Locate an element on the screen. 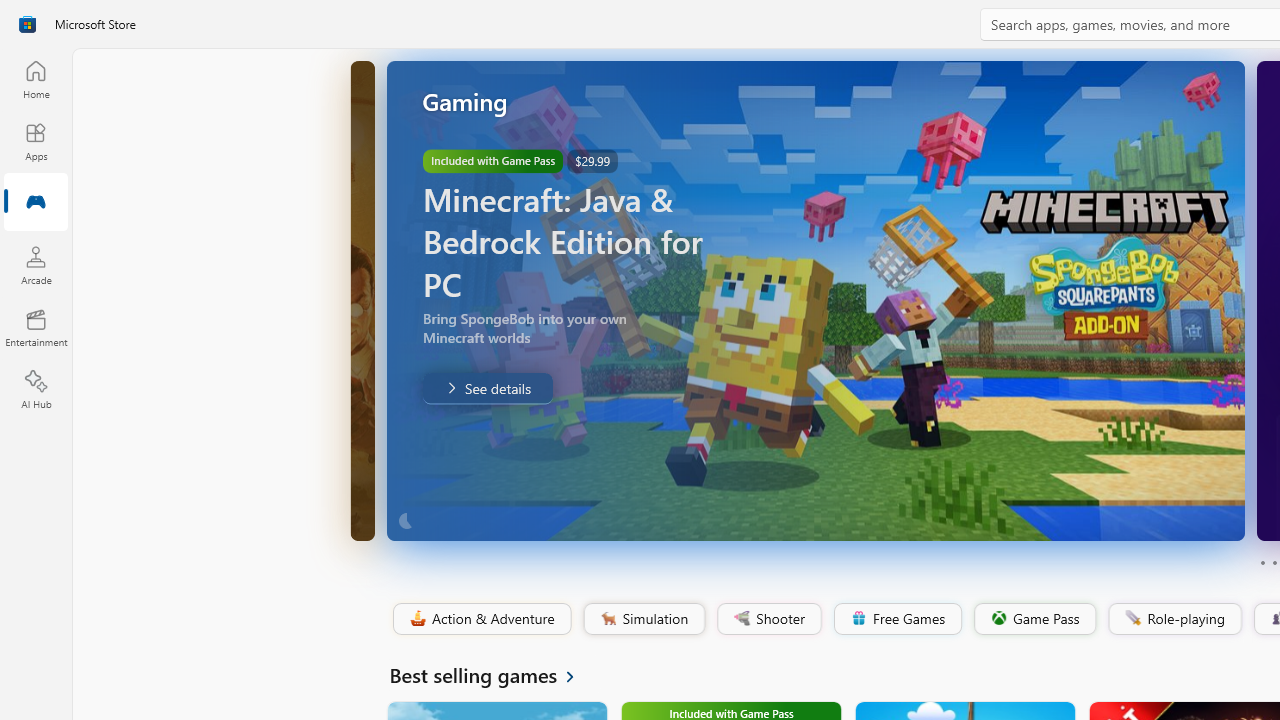 This screenshot has height=720, width=1280. 'Game Pass' is located at coordinates (1033, 618).